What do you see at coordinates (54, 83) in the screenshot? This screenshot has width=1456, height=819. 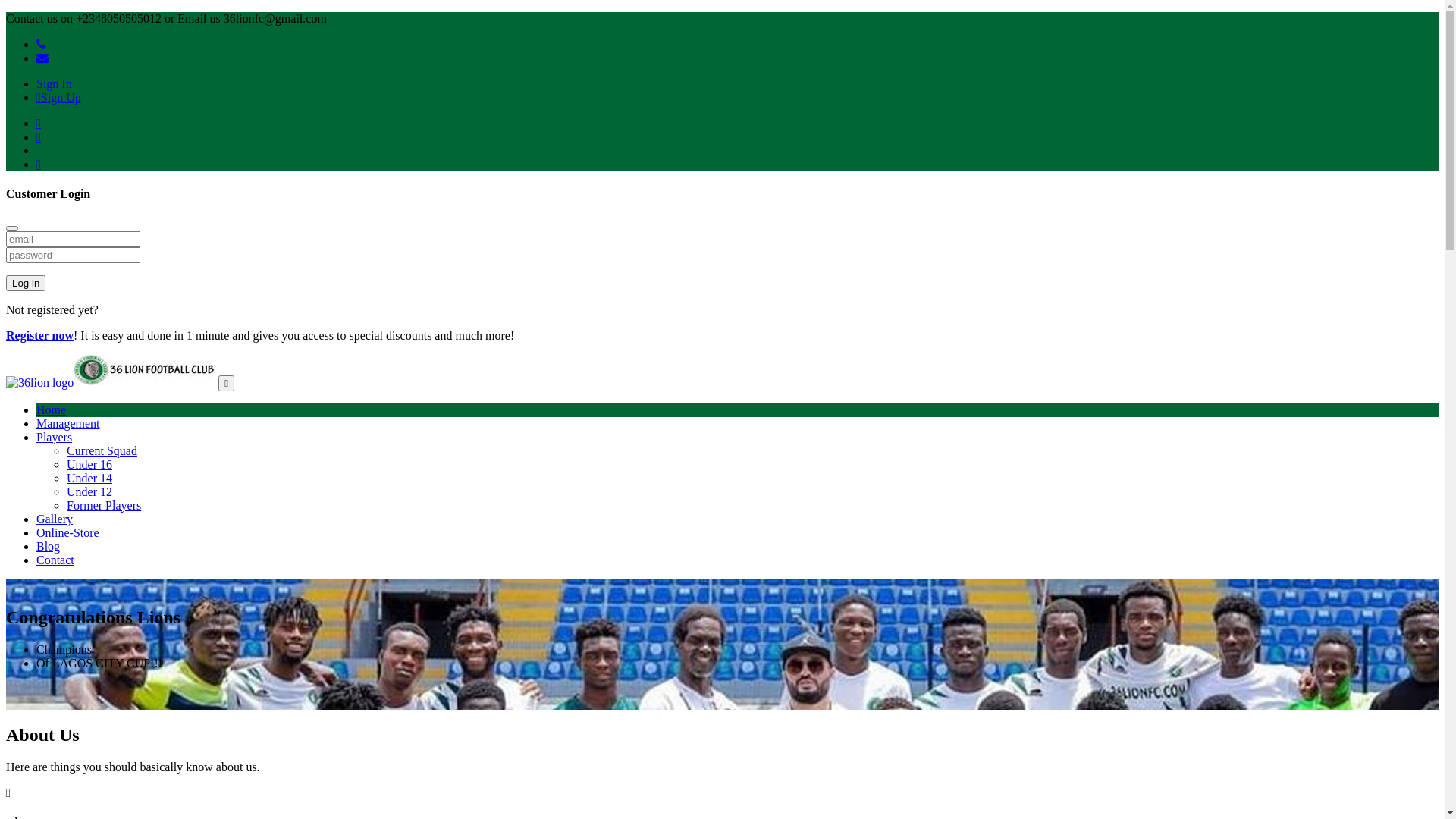 I see `'Sign In'` at bounding box center [54, 83].